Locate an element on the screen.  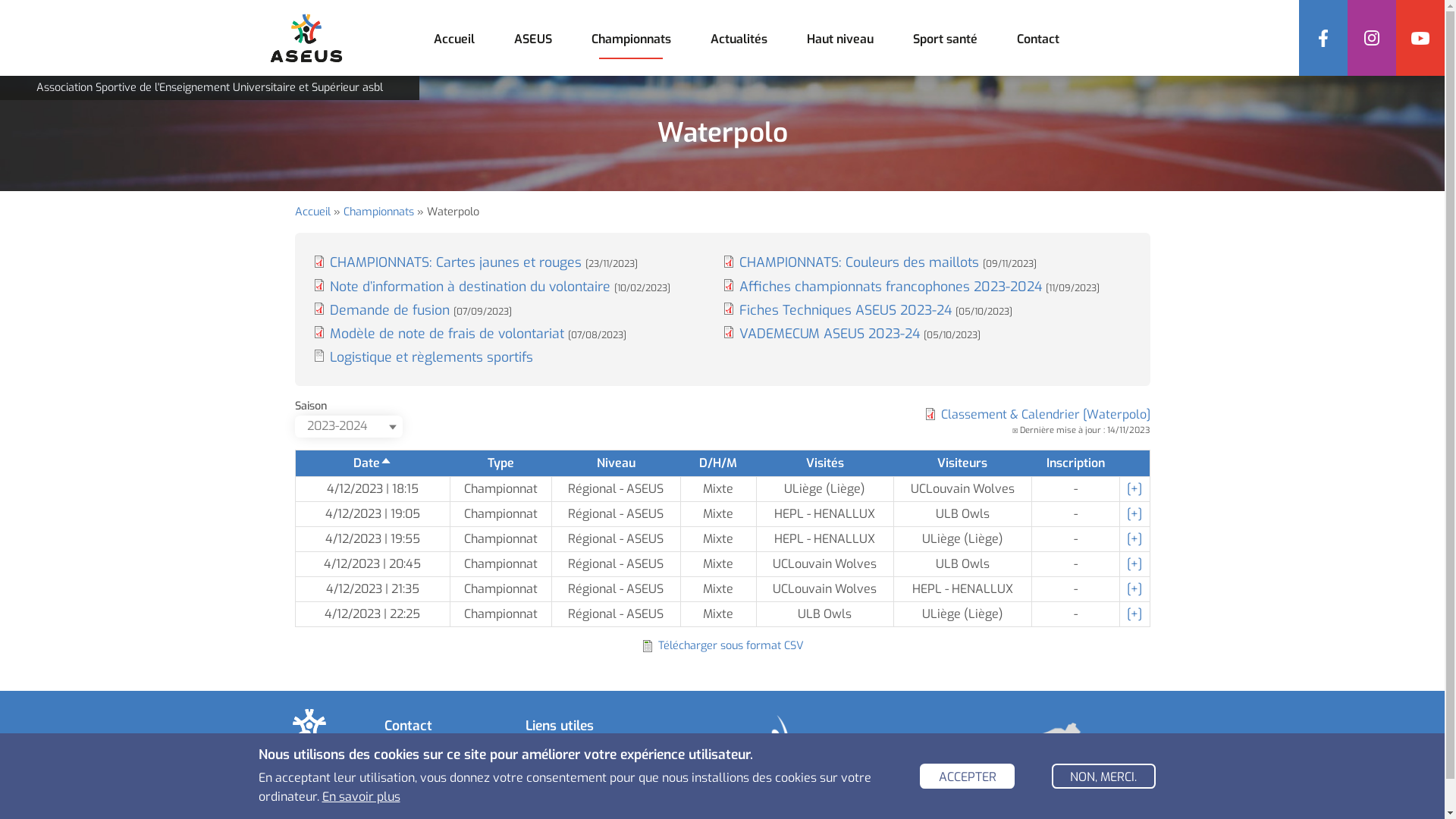
'Affiches championnats francophones 2023-2024 [11/09/2023]' is located at coordinates (910, 286).